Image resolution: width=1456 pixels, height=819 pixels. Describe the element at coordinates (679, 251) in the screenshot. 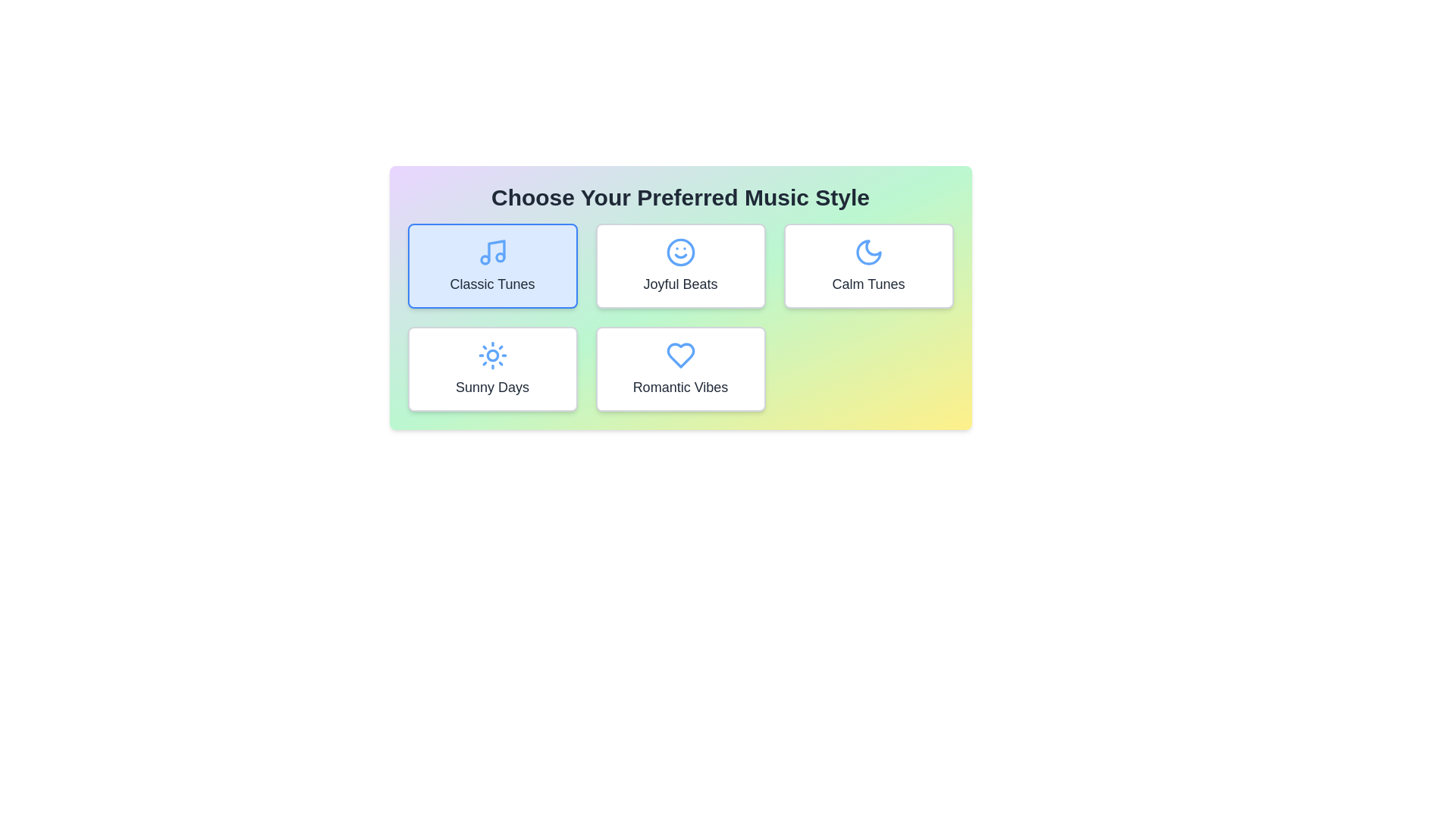

I see `the 'Joyful Beats' icon located at the center-top of the 'Joyful Beats' card in the grid of card options` at that location.